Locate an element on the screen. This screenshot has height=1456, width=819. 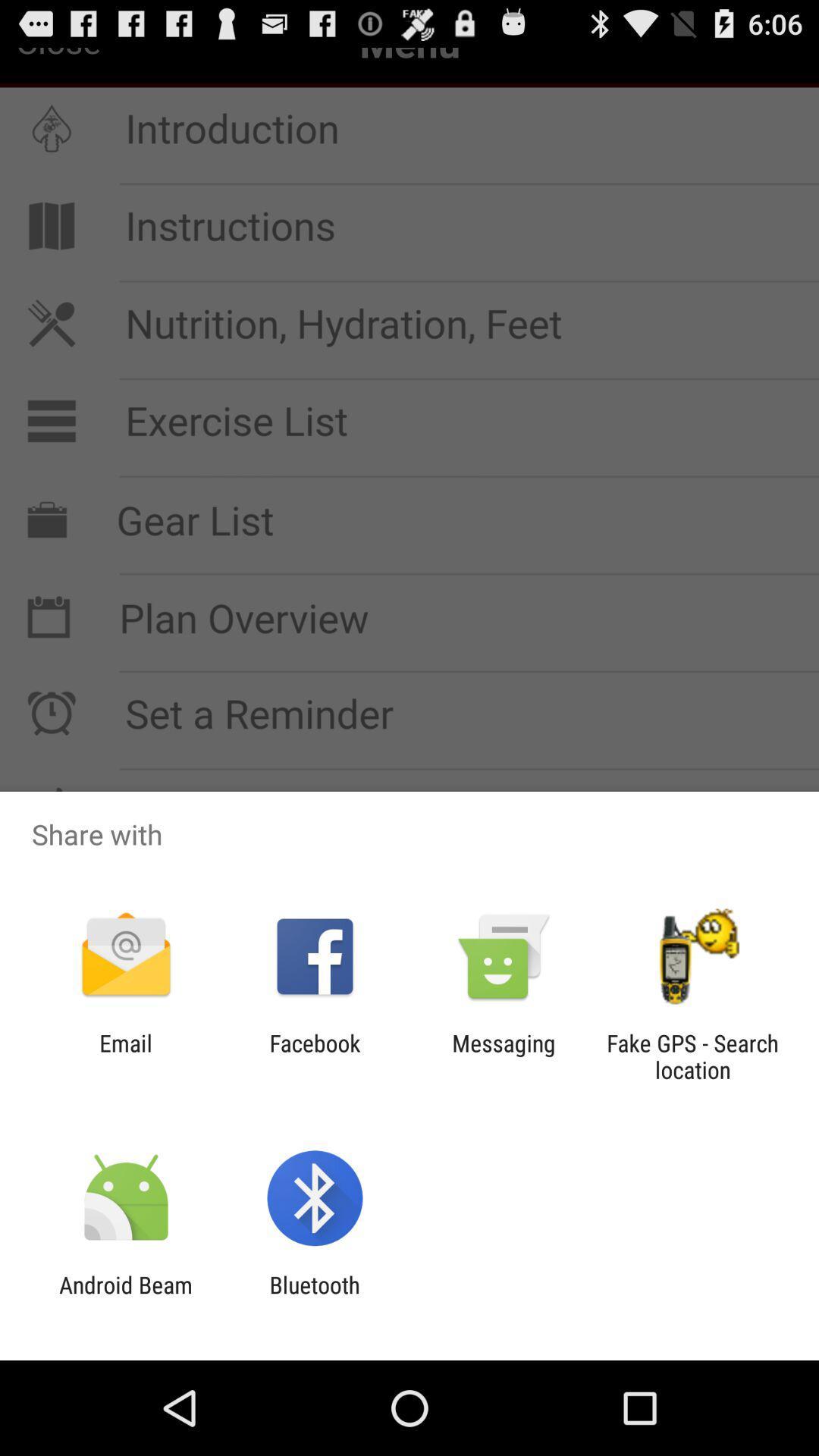
the android beam app is located at coordinates (125, 1298).